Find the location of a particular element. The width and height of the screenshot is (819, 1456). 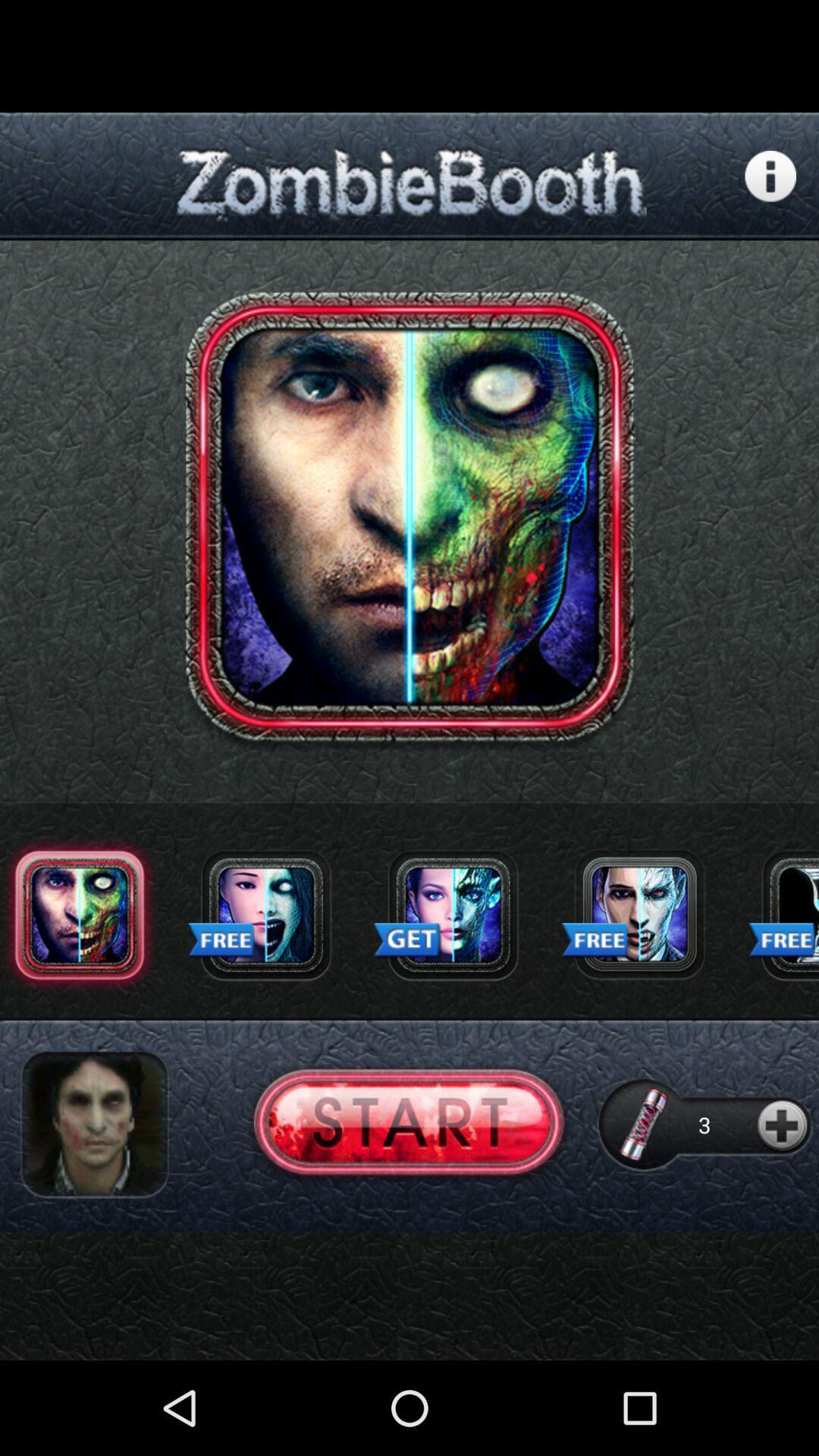

choose is located at coordinates (639, 914).